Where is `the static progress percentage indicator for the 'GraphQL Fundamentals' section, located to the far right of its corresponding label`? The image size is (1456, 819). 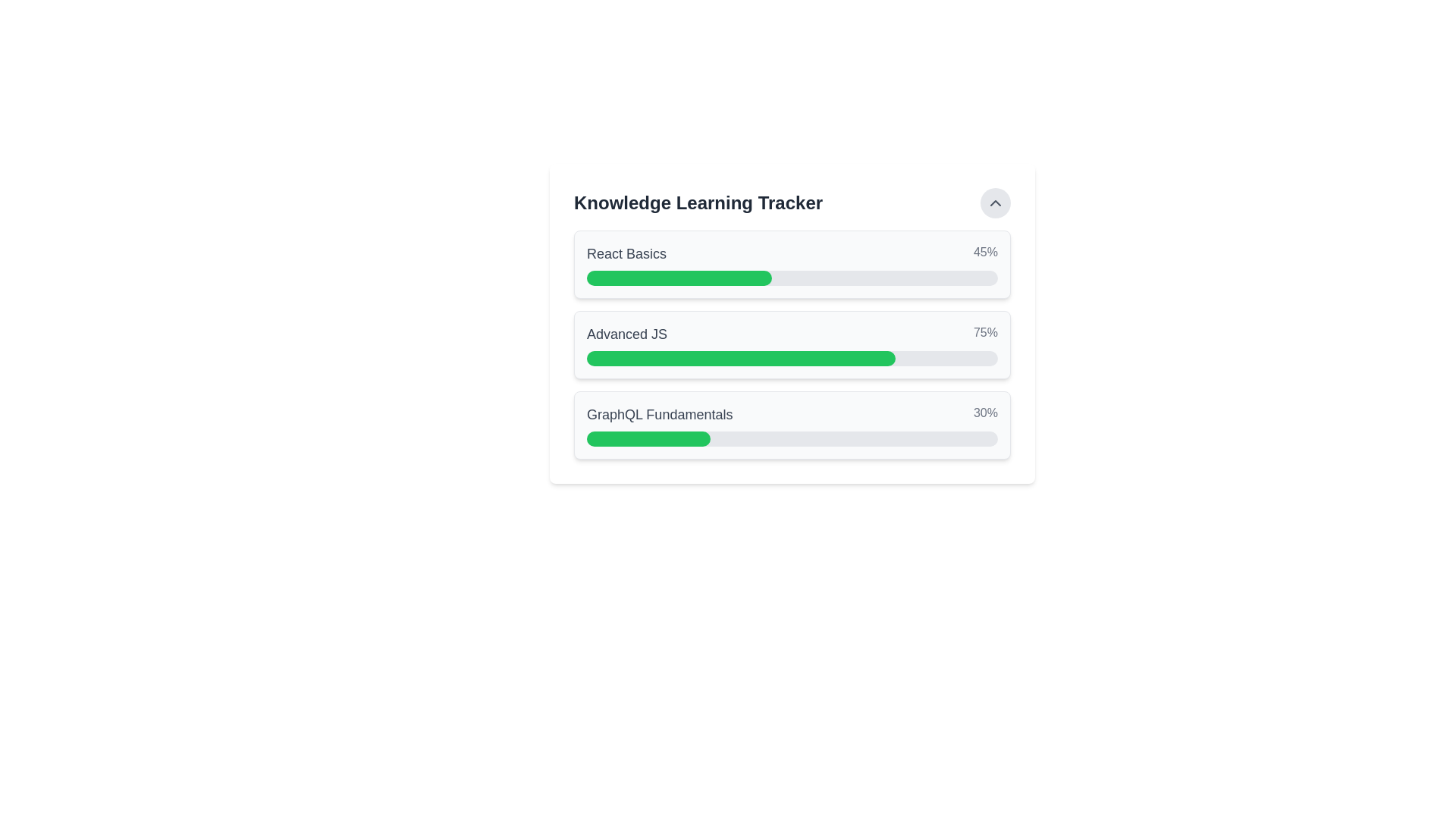
the static progress percentage indicator for the 'GraphQL Fundamentals' section, located to the far right of its corresponding label is located at coordinates (986, 415).